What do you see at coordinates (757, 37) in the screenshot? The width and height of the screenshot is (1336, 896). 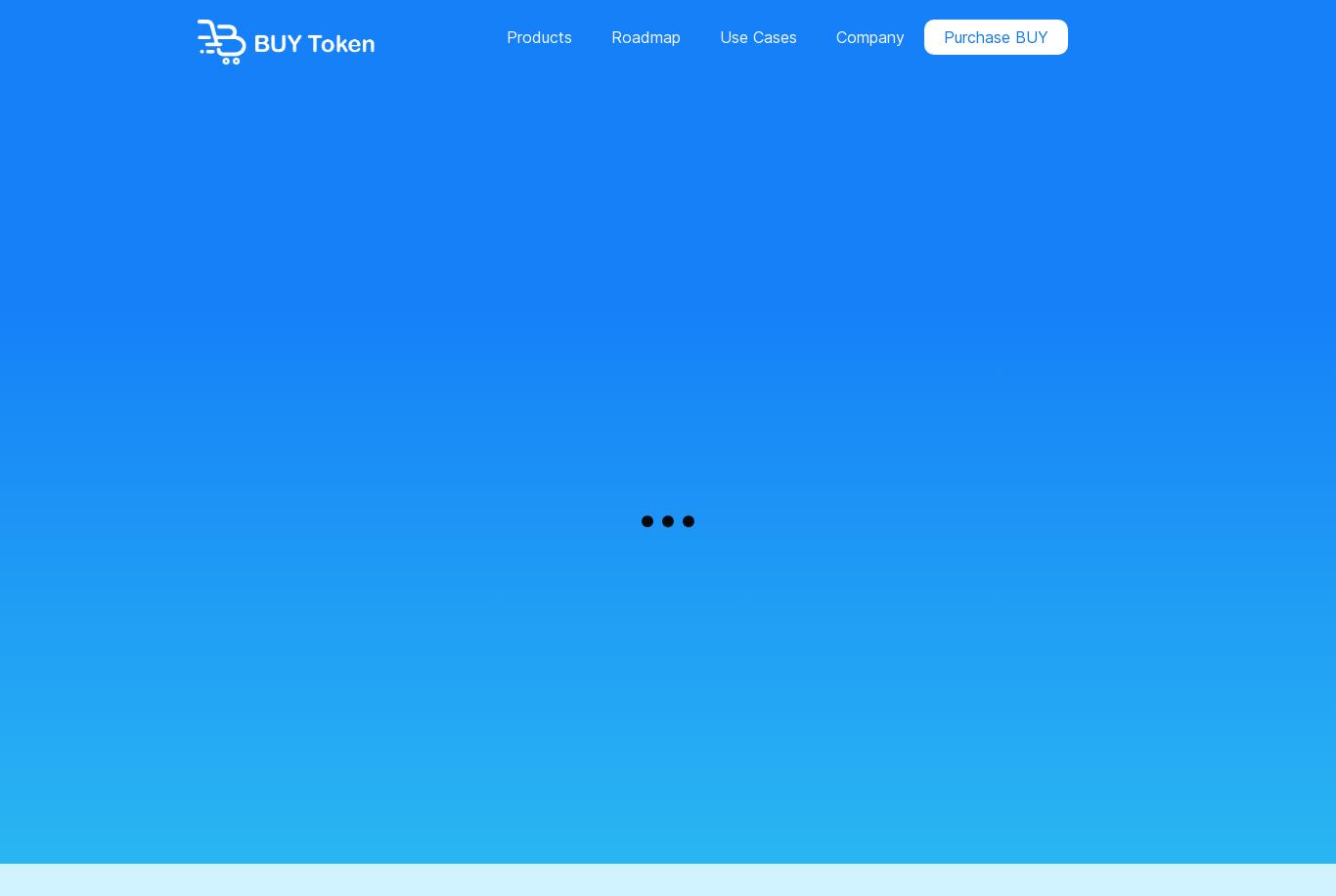 I see `'Use Cases'` at bounding box center [757, 37].